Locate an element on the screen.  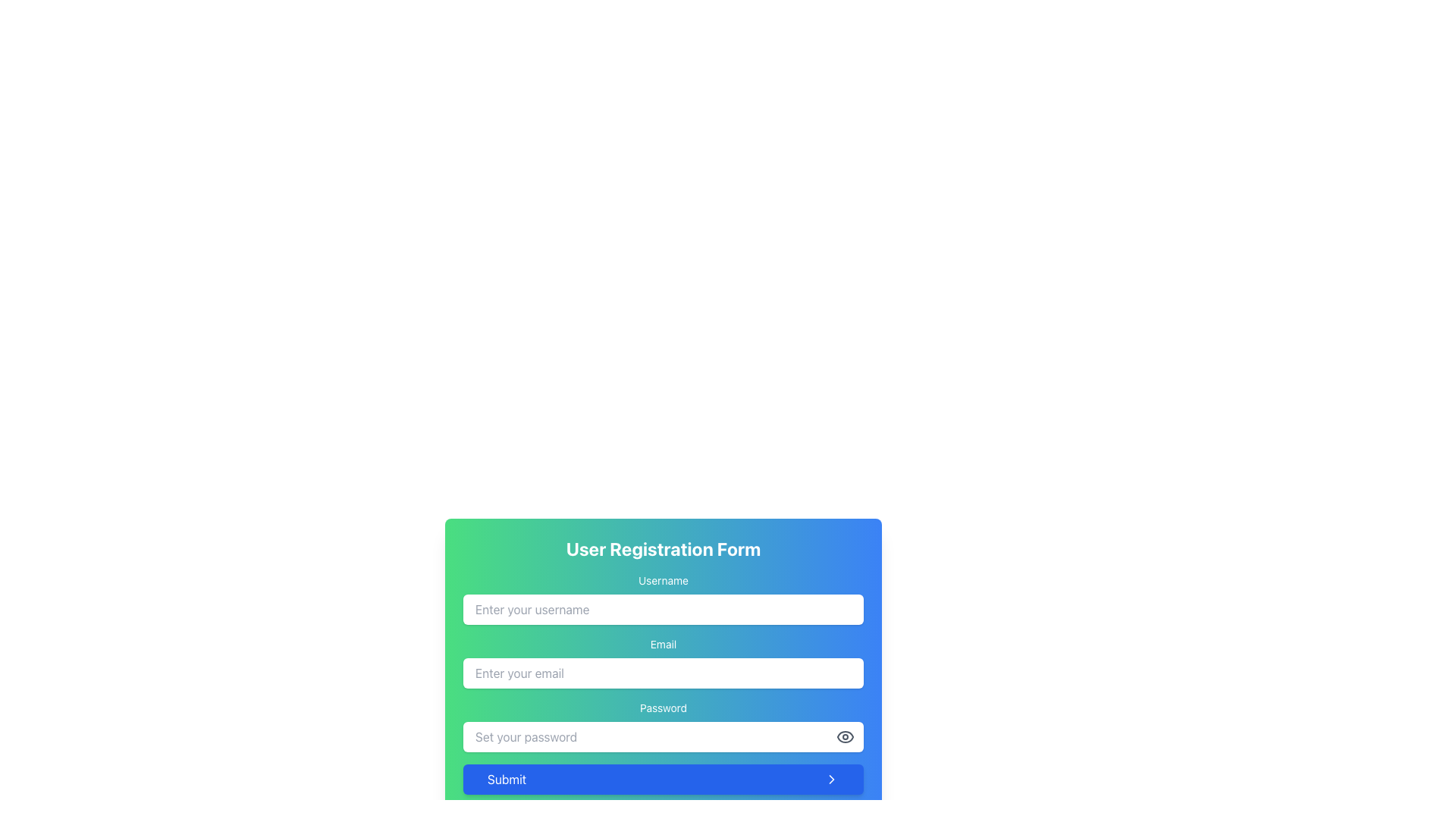
the show/hide password button, which is styled with an eye icon and located to the right of the password input field in the User Registration Form is located at coordinates (844, 736).